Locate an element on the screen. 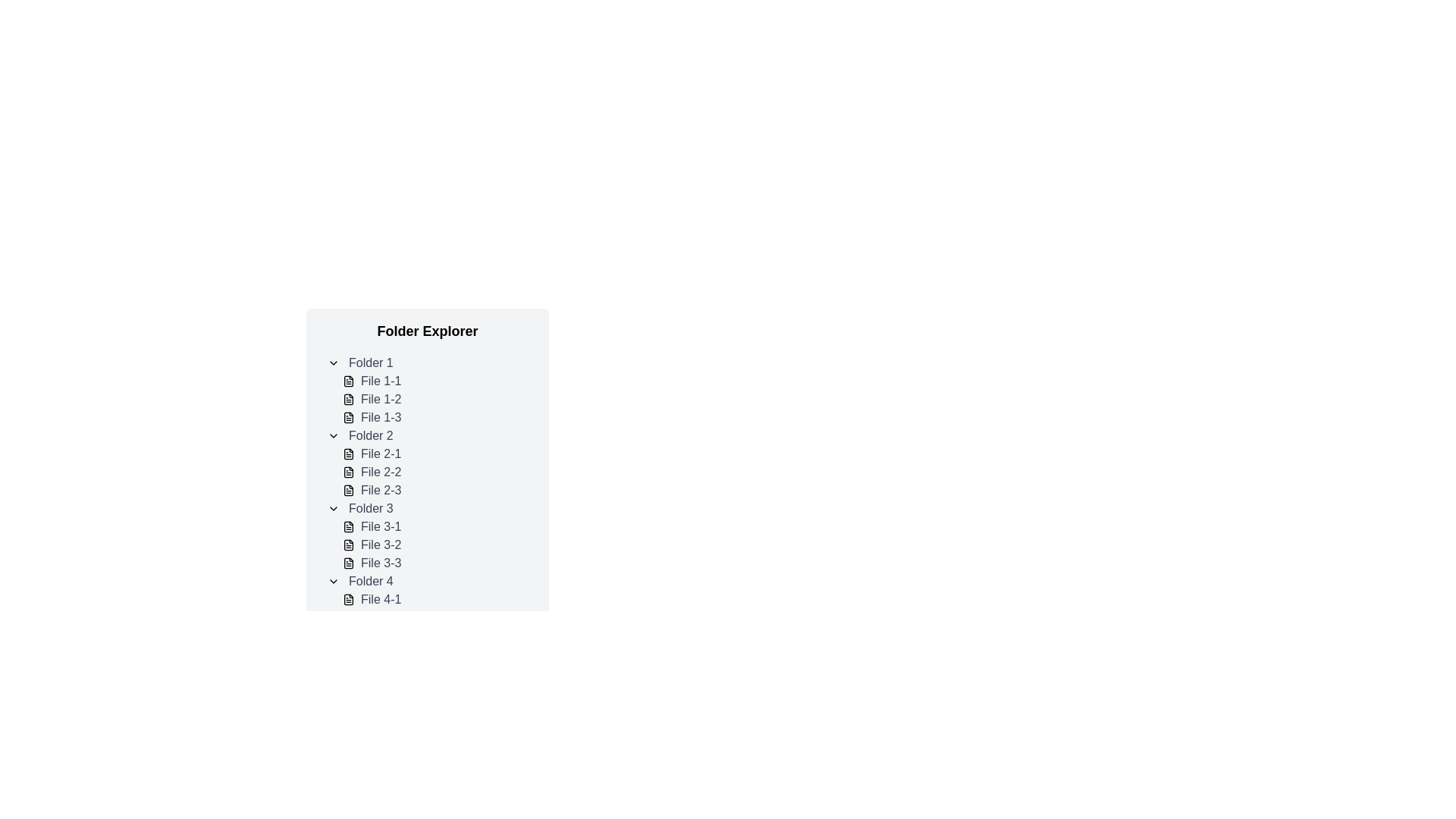 This screenshot has height=819, width=1456. the Collapsible folder section for 'Folder 2' in the file explorer tree is located at coordinates (427, 462).